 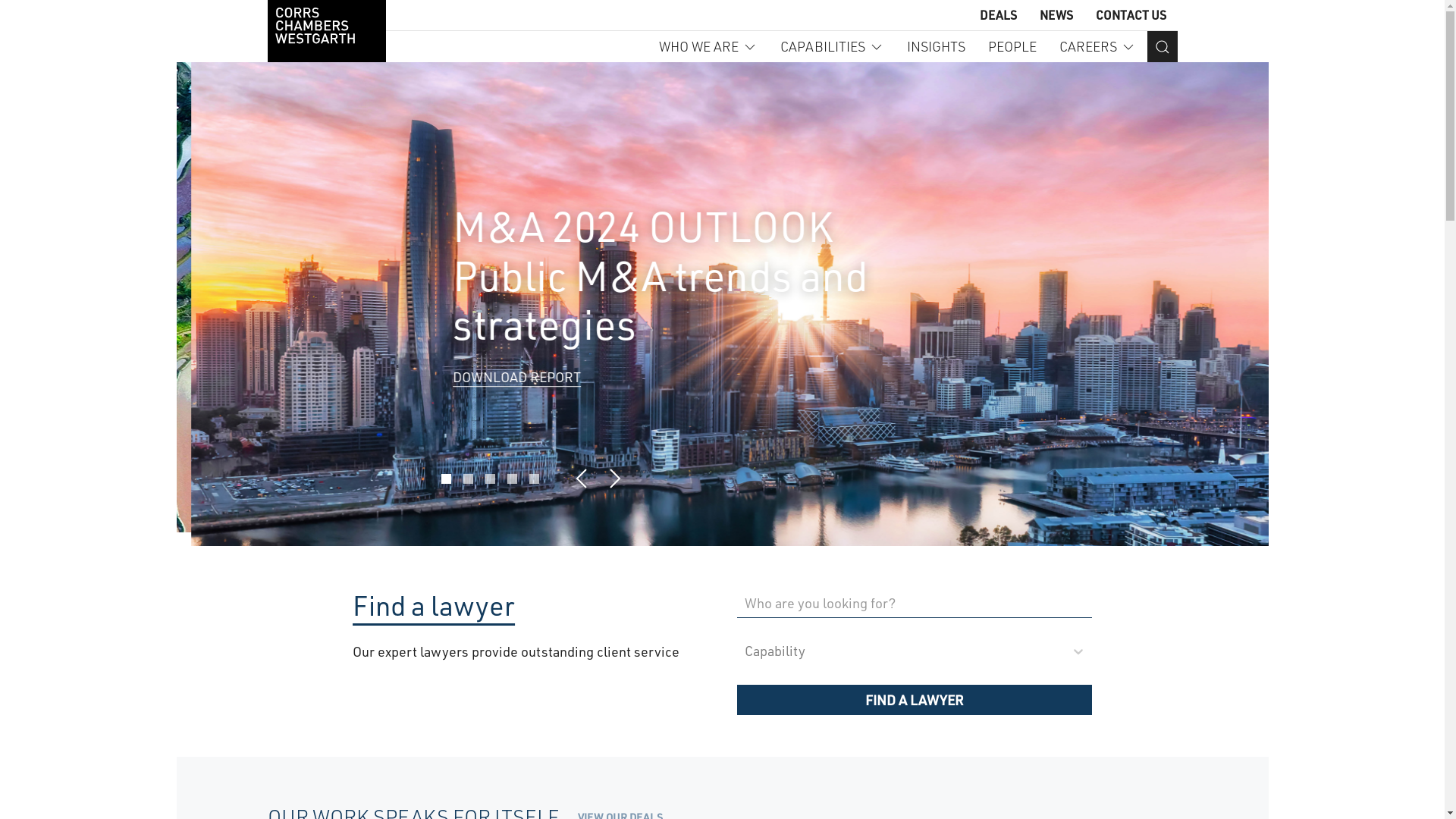 I want to click on 'PEOPLE', so click(x=1012, y=45).